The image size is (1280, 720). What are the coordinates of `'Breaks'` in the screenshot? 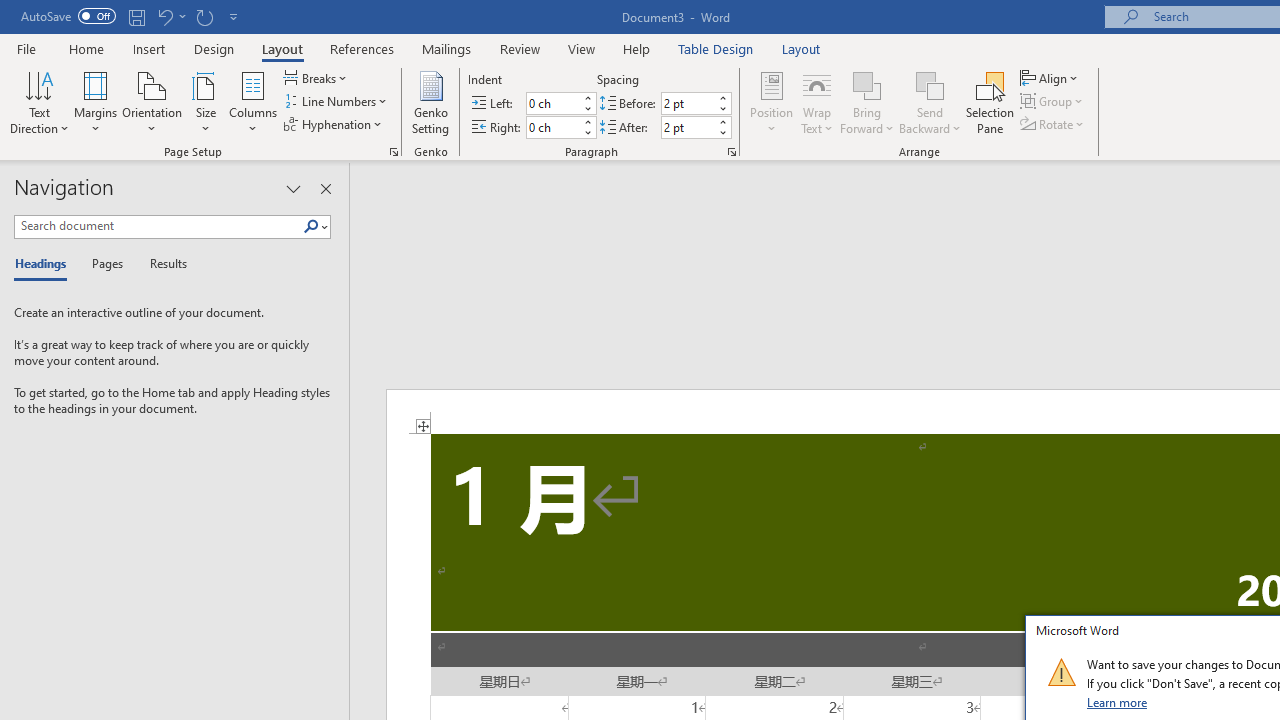 It's located at (316, 77).